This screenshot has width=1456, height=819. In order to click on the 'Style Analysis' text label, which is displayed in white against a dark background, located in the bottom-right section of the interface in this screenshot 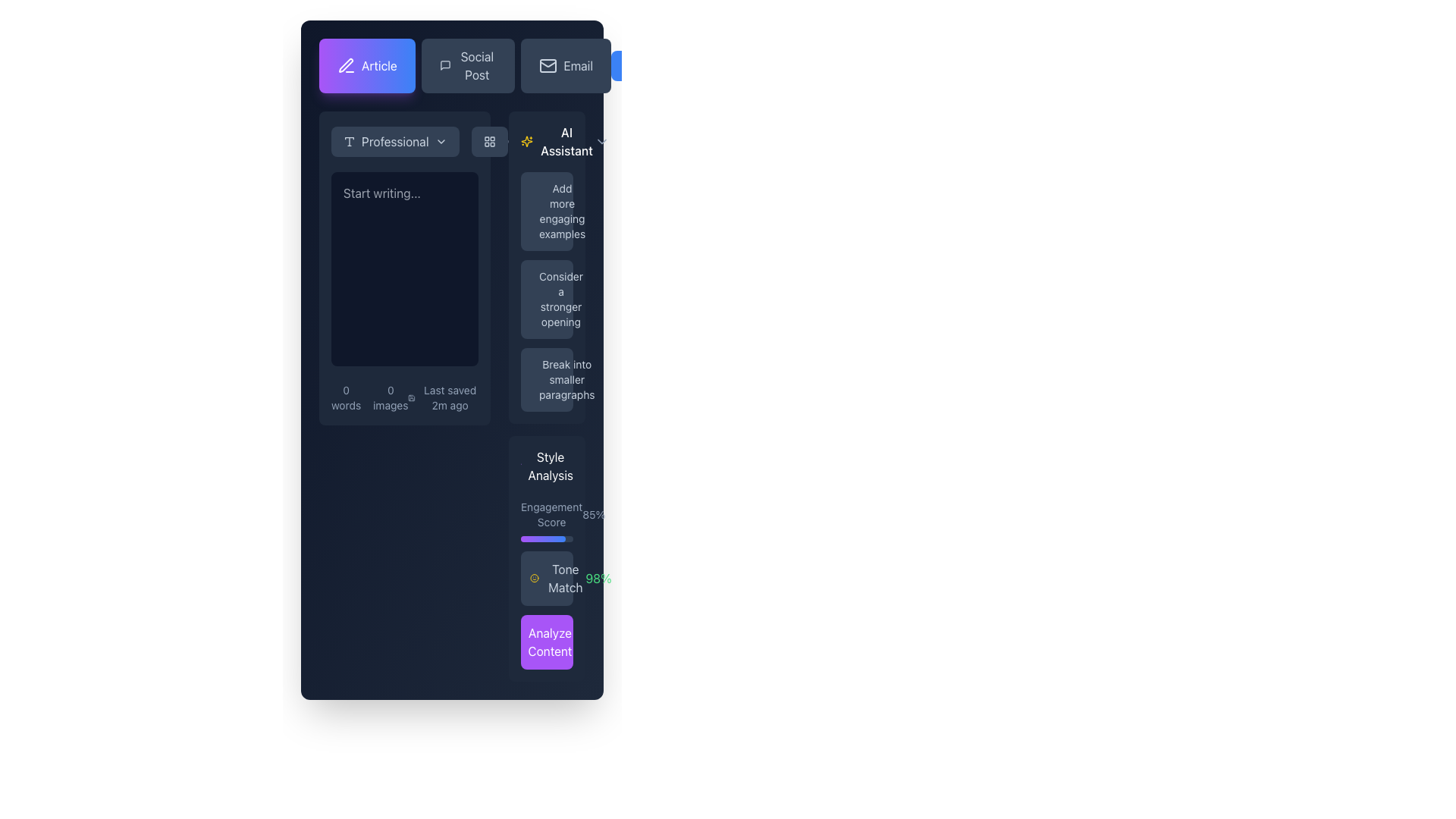, I will do `click(550, 465)`.